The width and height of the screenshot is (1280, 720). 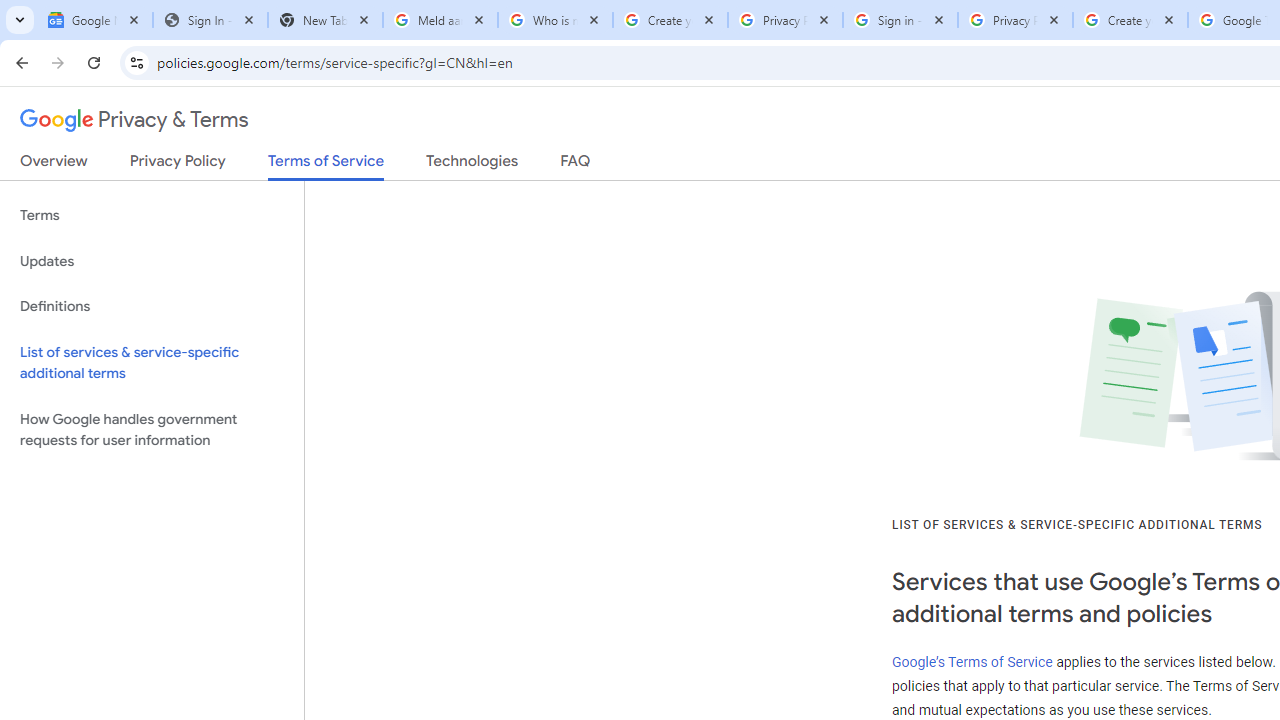 I want to click on 'Technologies', so click(x=471, y=164).